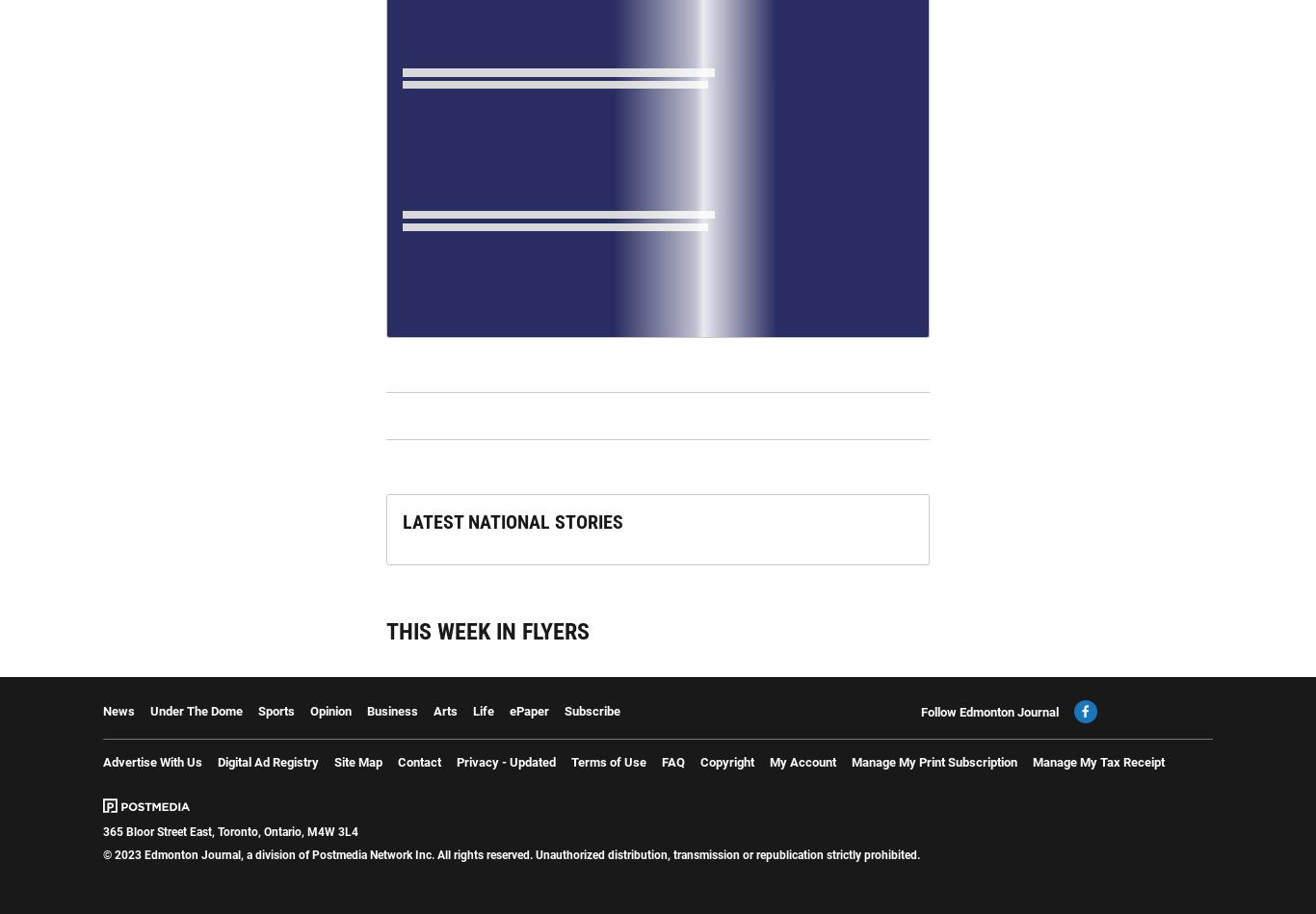 This screenshot has height=914, width=1316. Describe the element at coordinates (726, 762) in the screenshot. I see `'Copyright'` at that location.